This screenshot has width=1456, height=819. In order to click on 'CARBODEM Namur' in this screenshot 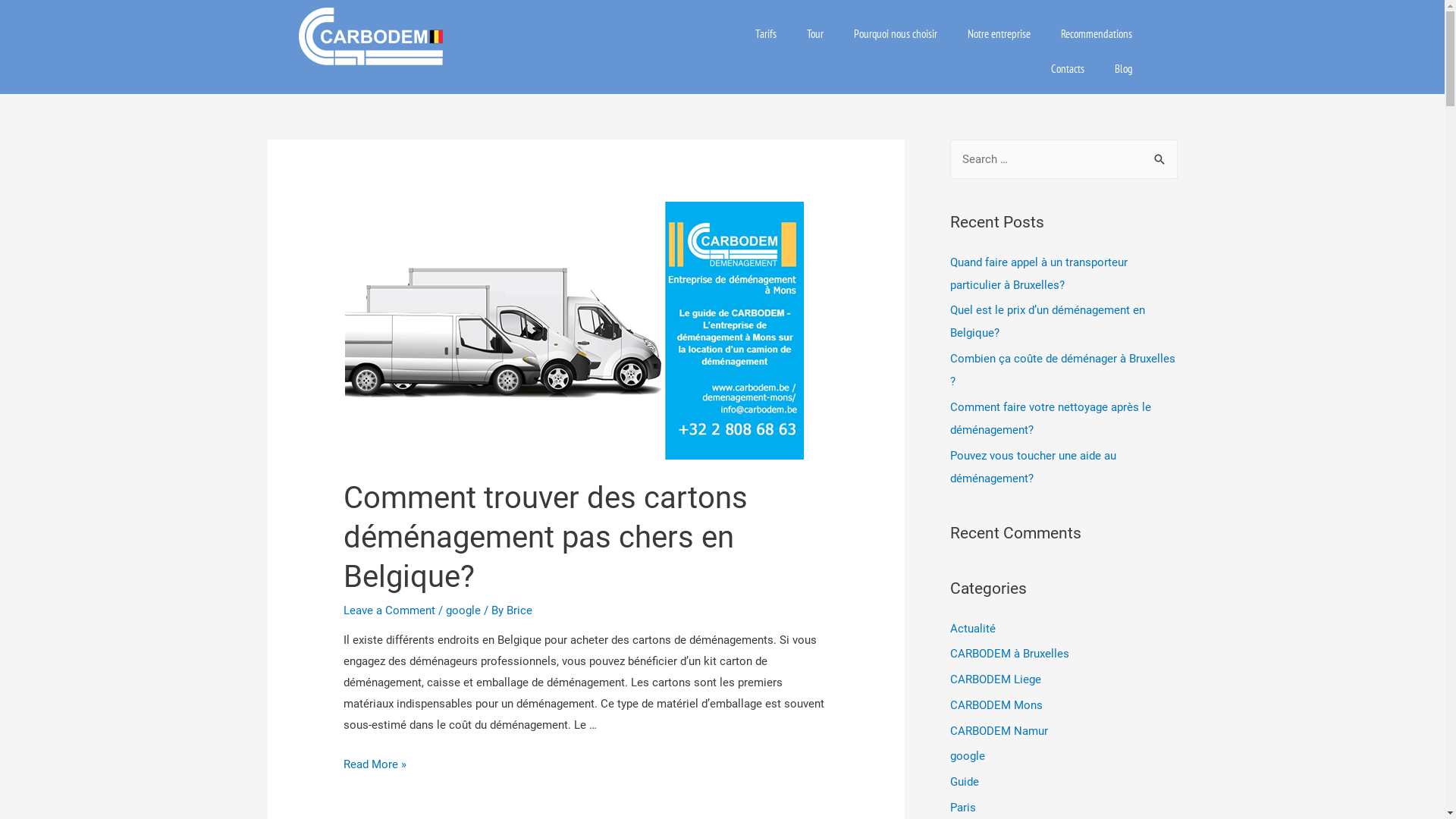, I will do `click(998, 730)`.